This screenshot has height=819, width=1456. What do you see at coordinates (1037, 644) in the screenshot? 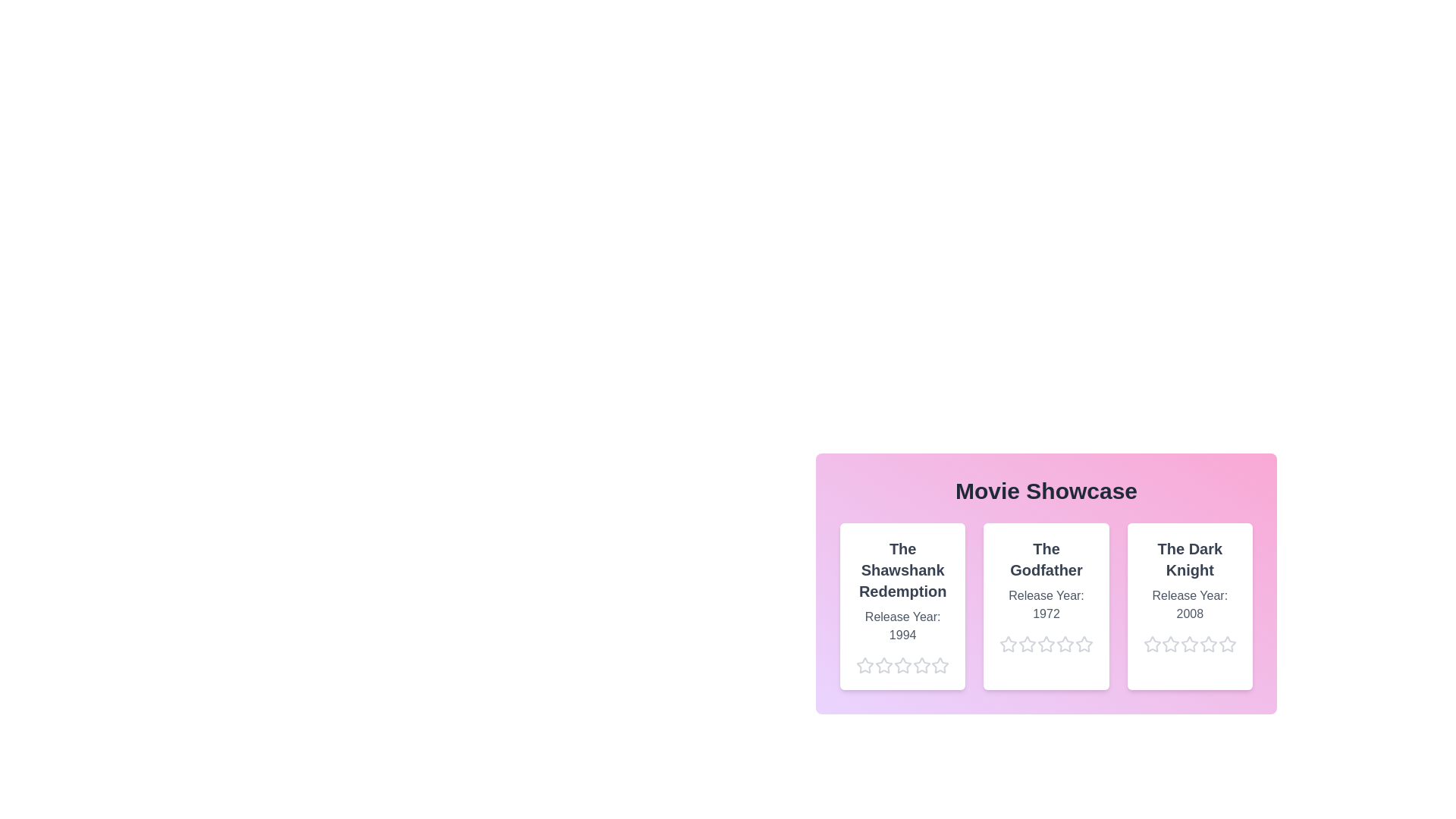
I see `the star corresponding to 3 stars for the movie The Godfather` at bounding box center [1037, 644].